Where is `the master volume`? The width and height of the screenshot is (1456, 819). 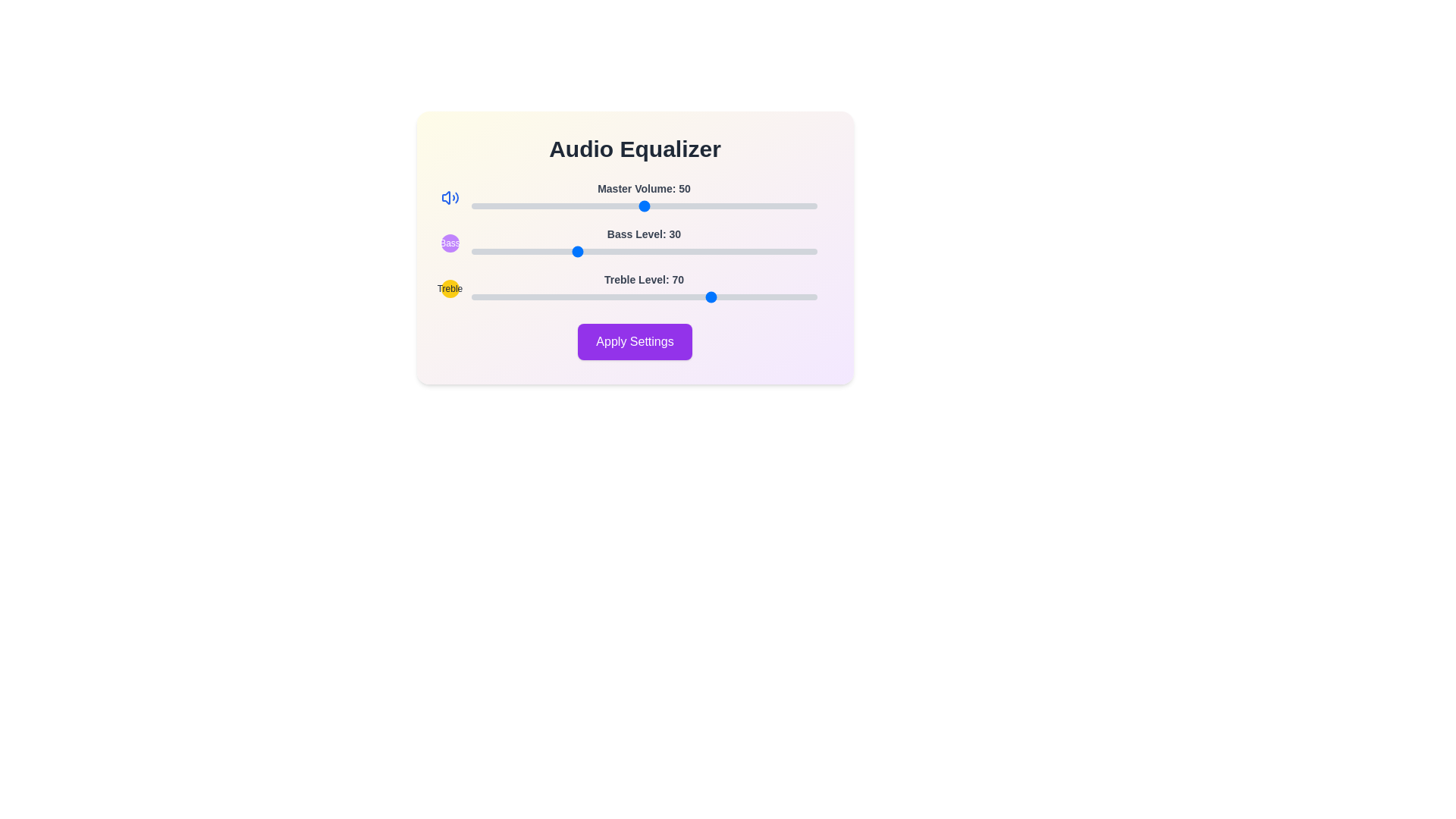 the master volume is located at coordinates (513, 206).